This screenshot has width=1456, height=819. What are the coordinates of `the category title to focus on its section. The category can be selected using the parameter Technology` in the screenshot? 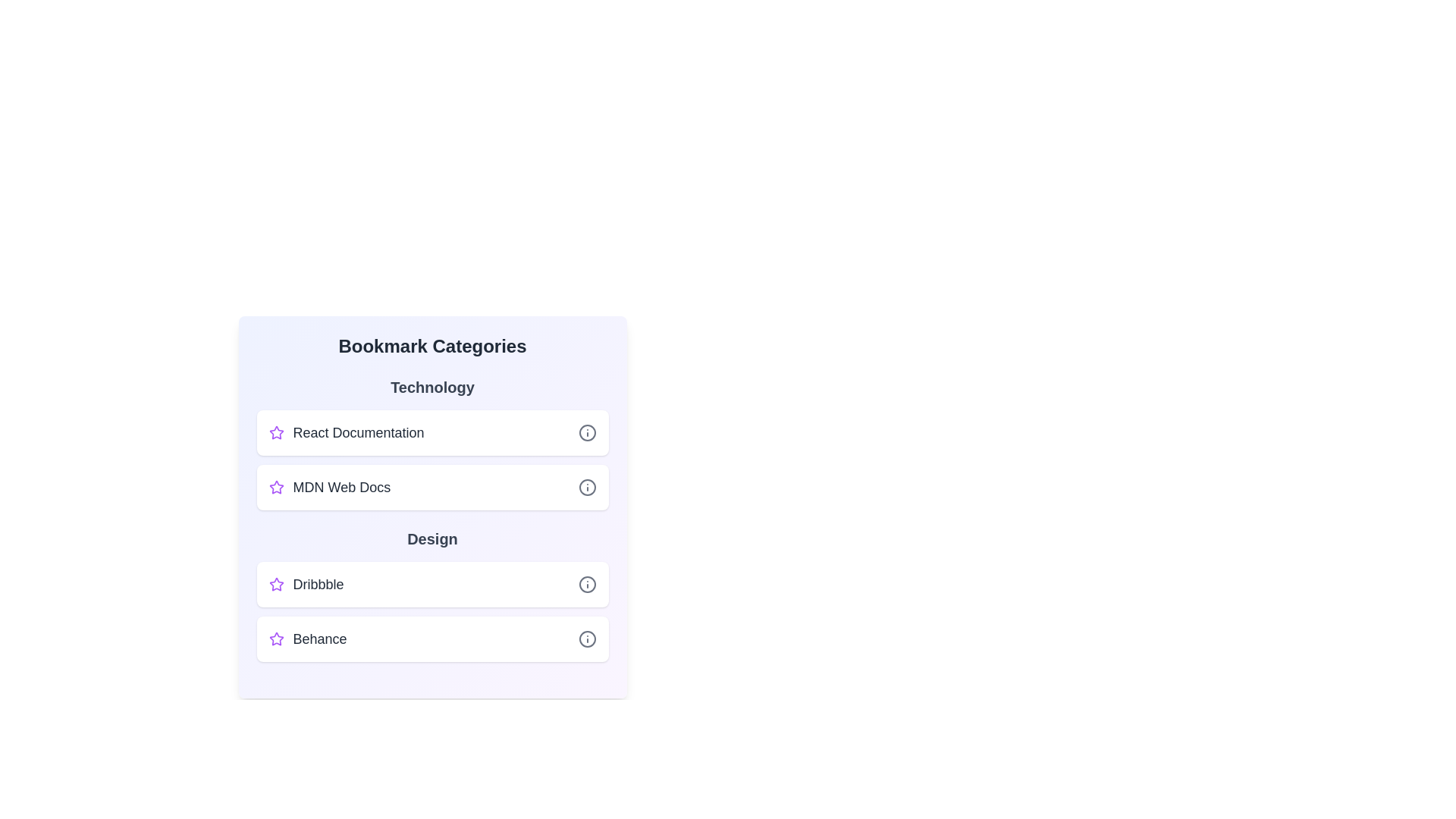 It's located at (431, 386).